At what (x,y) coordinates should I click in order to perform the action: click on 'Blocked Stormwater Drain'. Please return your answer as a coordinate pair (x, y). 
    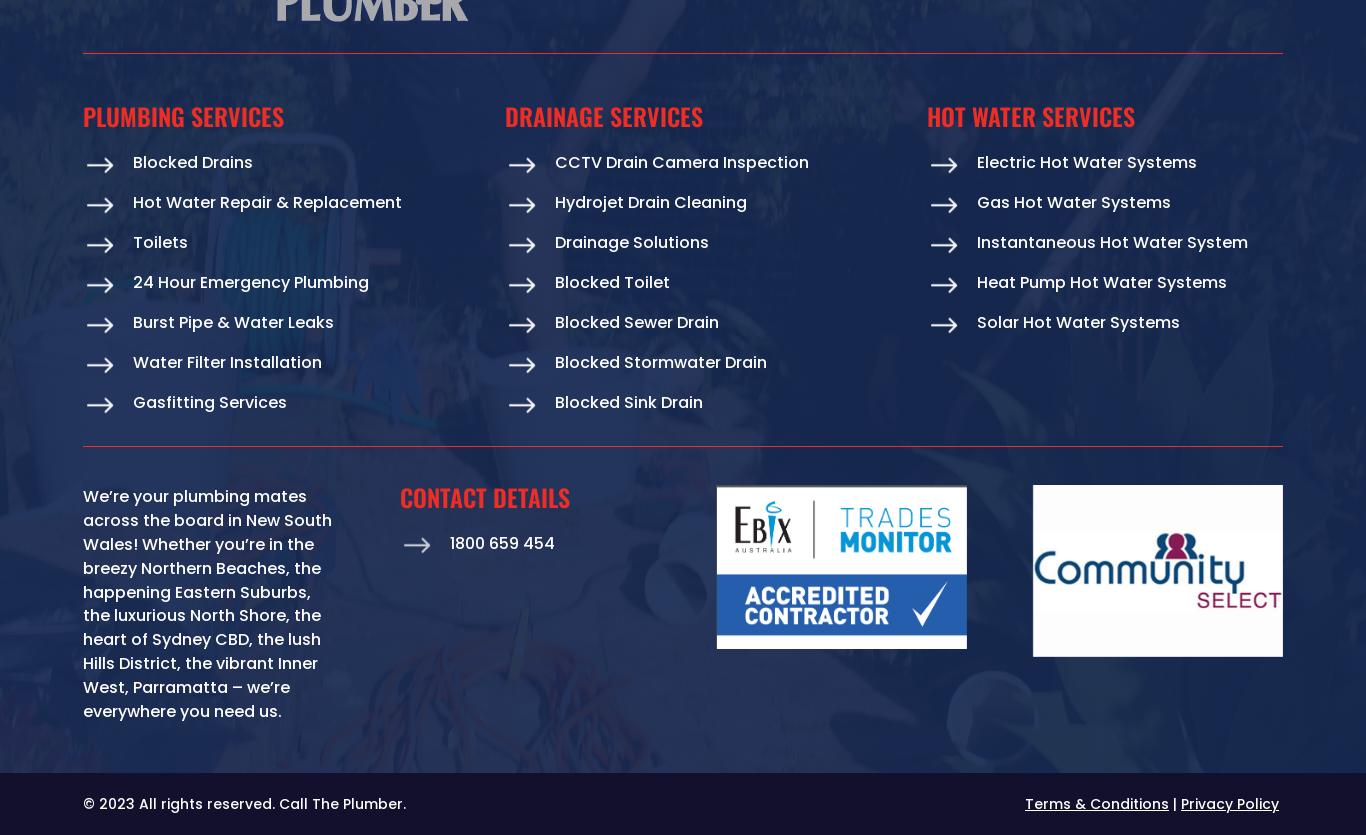
    Looking at the image, I should click on (660, 362).